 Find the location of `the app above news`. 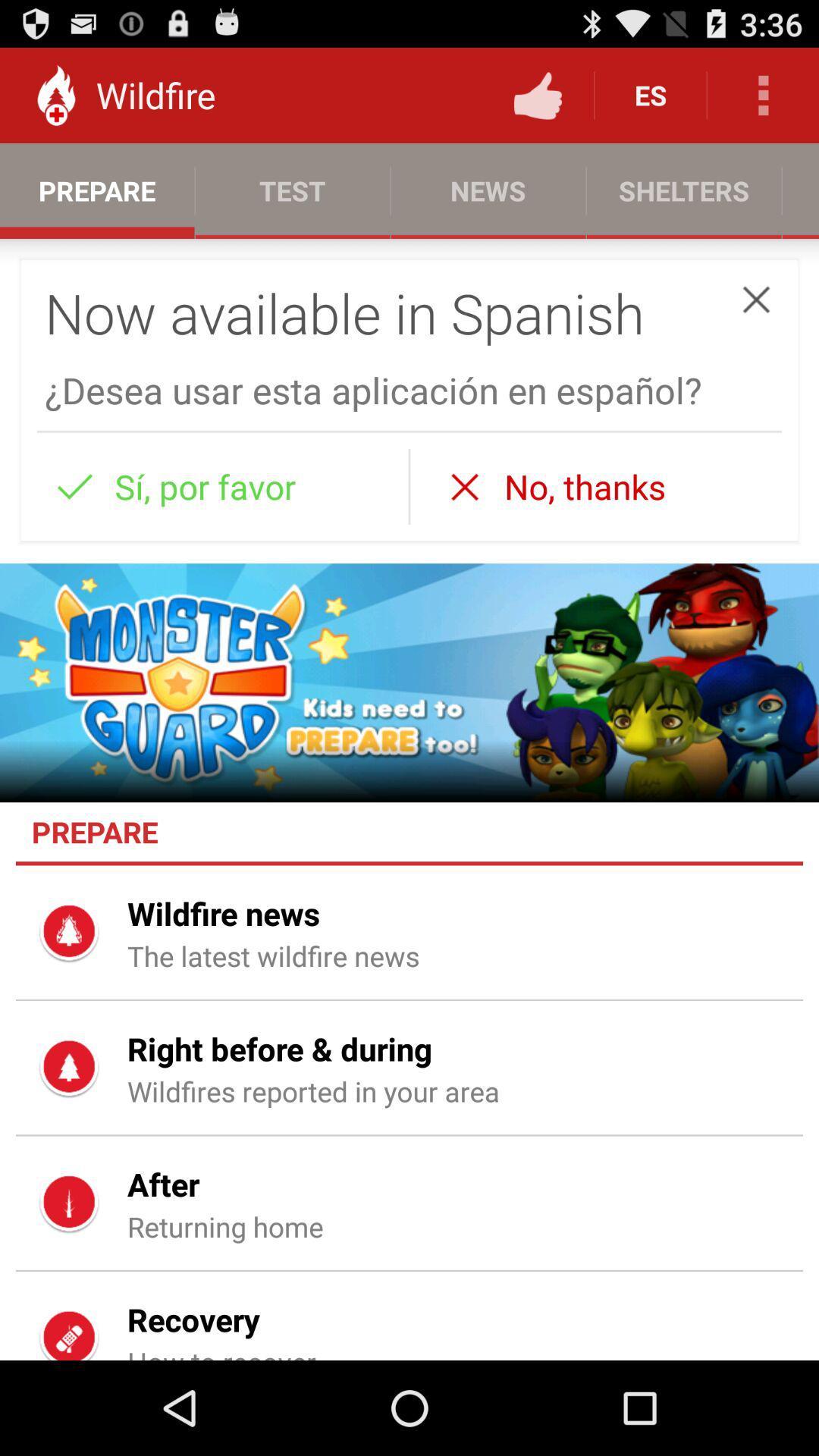

the app above news is located at coordinates (537, 94).